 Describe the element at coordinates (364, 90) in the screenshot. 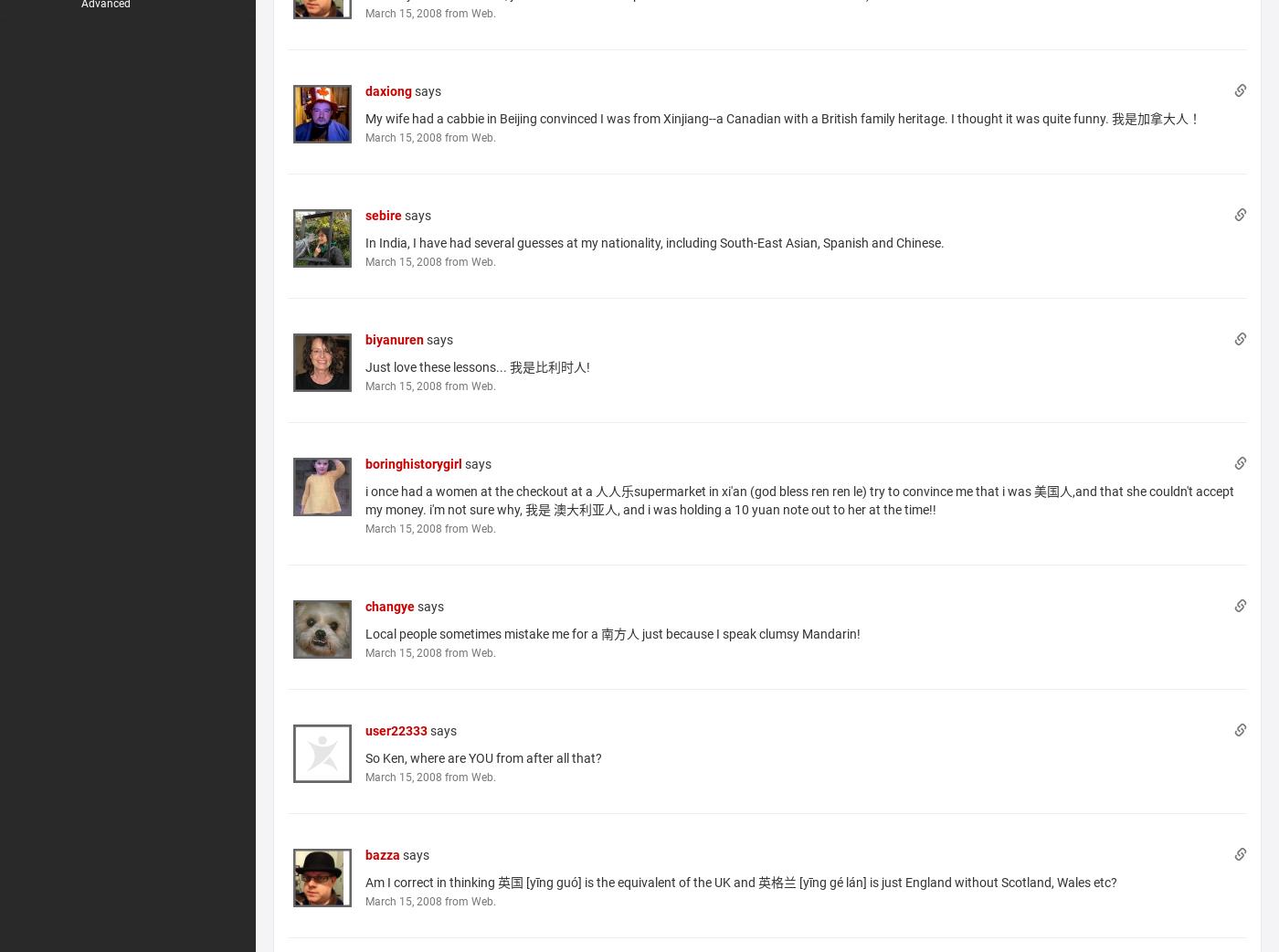

I see `'daxiong'` at that location.